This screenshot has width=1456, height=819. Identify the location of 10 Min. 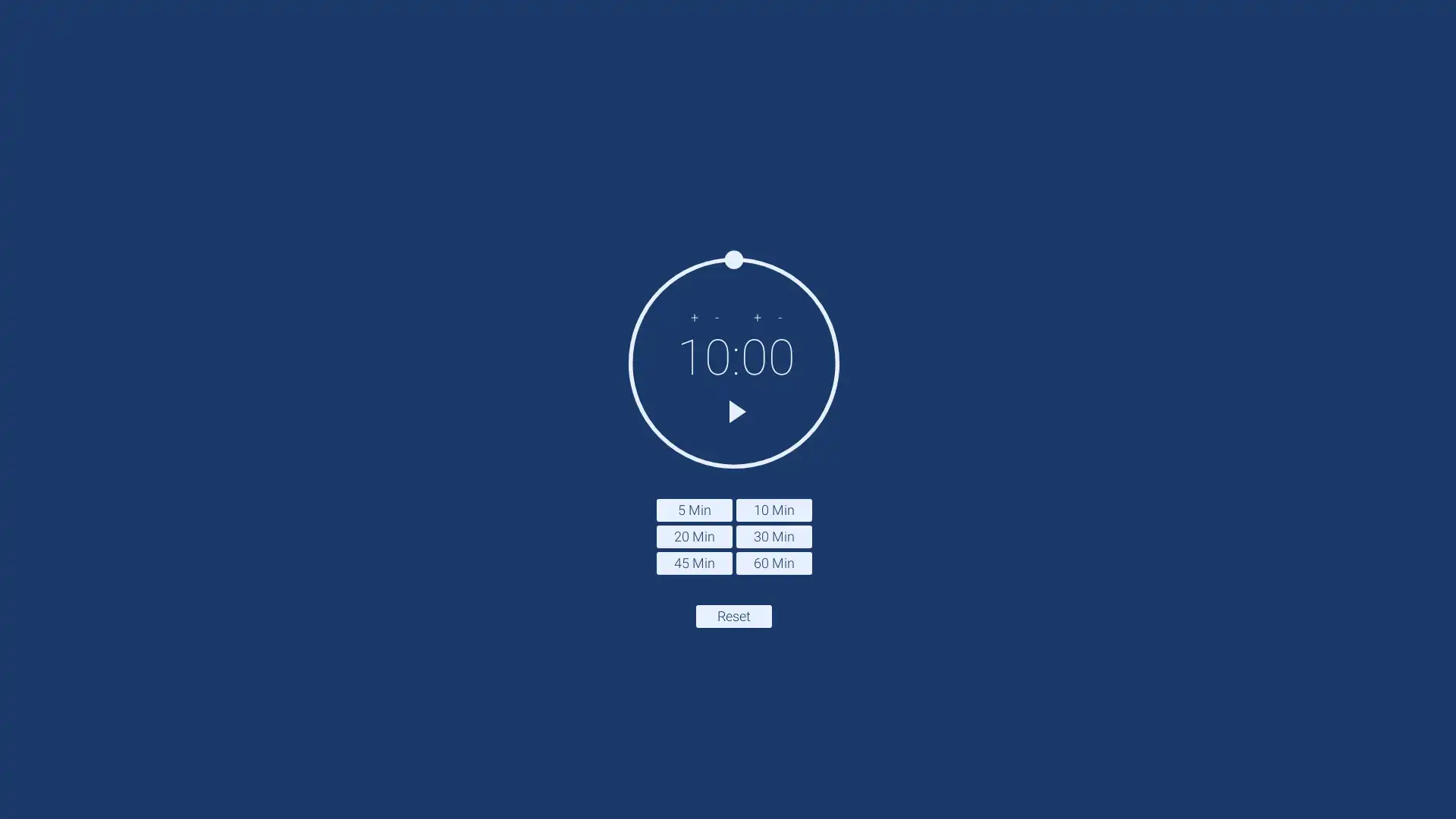
(773, 509).